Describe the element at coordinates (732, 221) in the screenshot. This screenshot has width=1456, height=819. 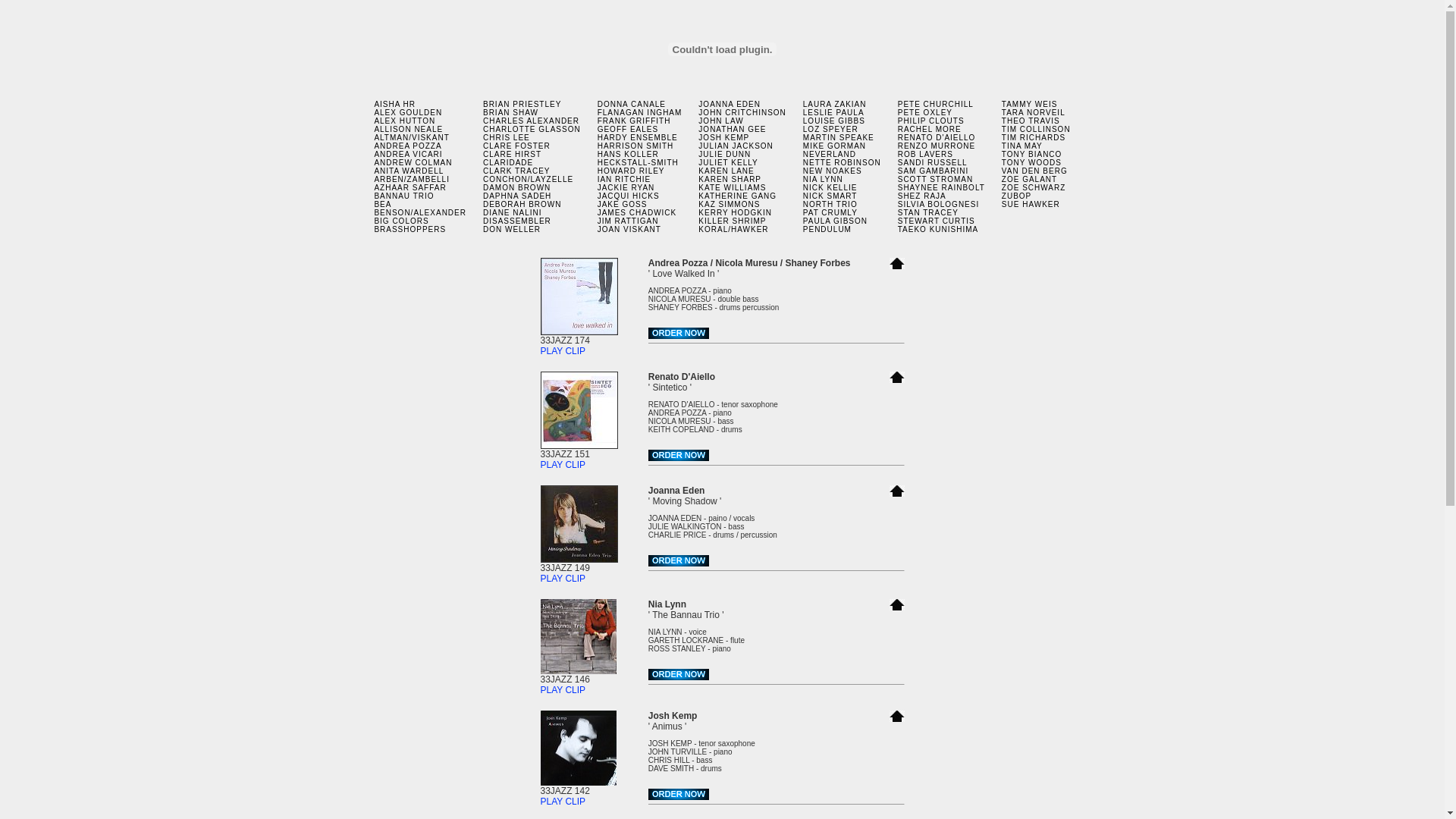
I see `'KILLER SHRIMP'` at that location.